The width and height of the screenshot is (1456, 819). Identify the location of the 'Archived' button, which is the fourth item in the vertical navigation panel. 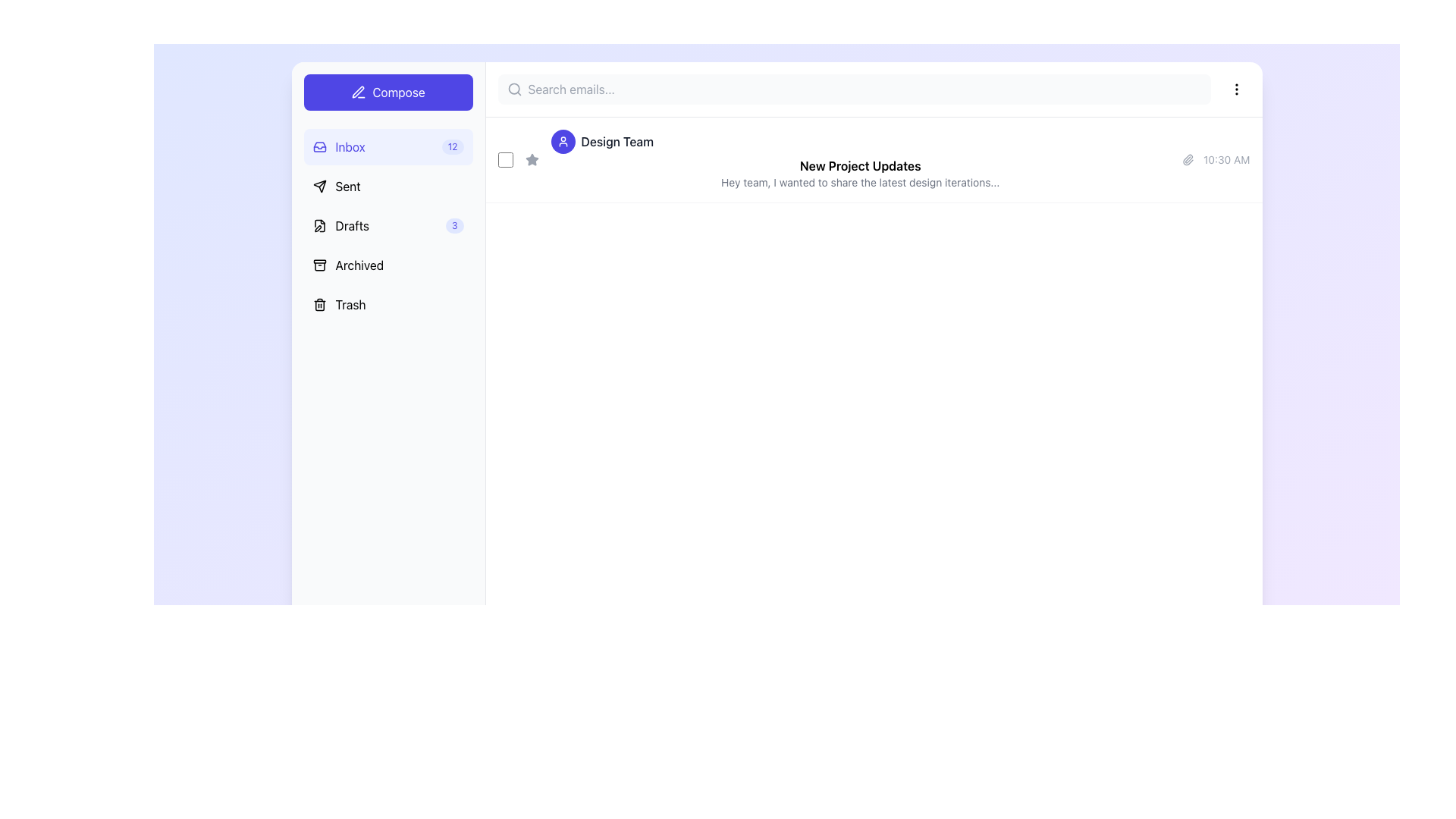
(388, 265).